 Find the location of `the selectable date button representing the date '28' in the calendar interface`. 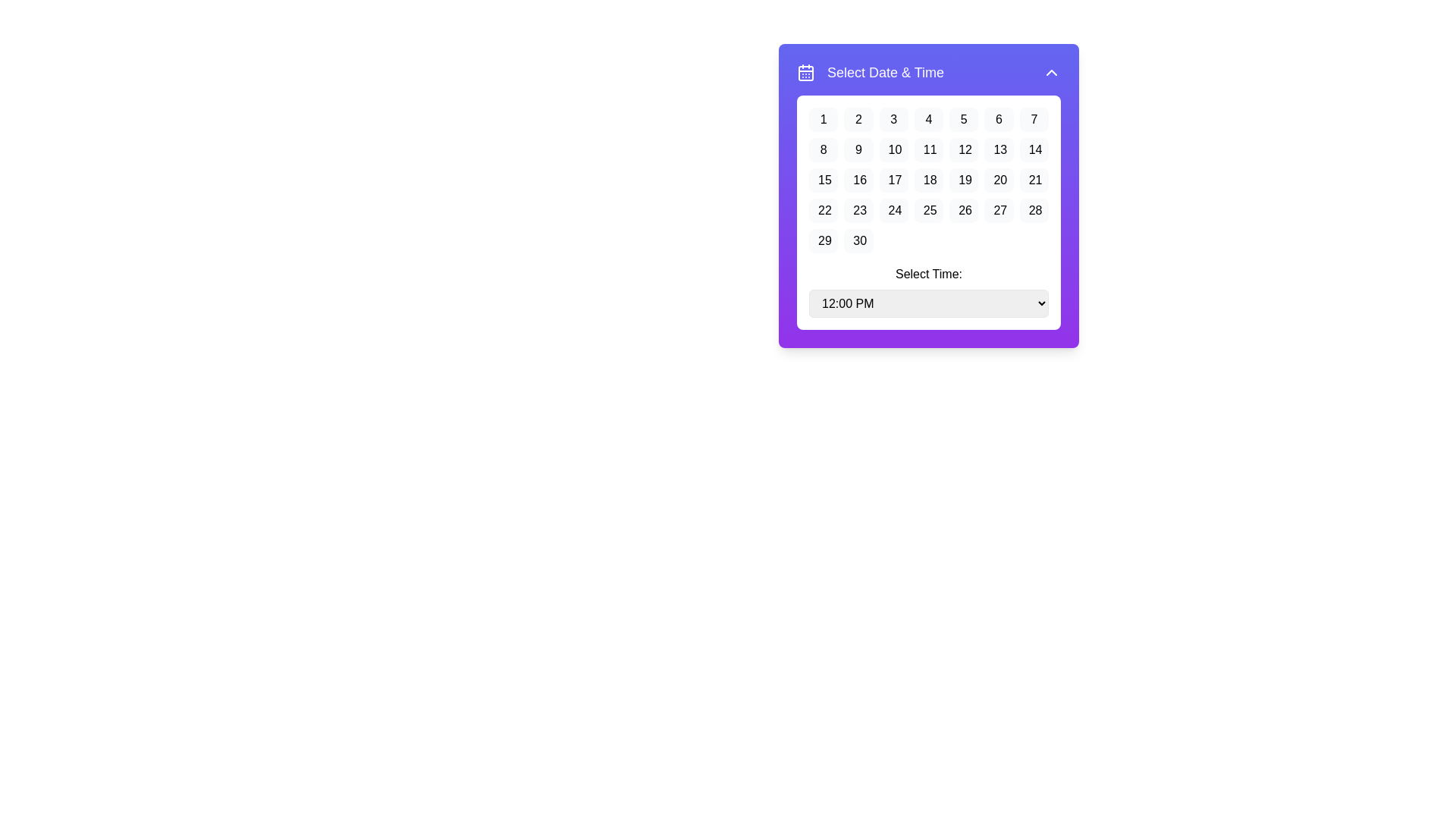

the selectable date button representing the date '28' in the calendar interface is located at coordinates (1033, 210).